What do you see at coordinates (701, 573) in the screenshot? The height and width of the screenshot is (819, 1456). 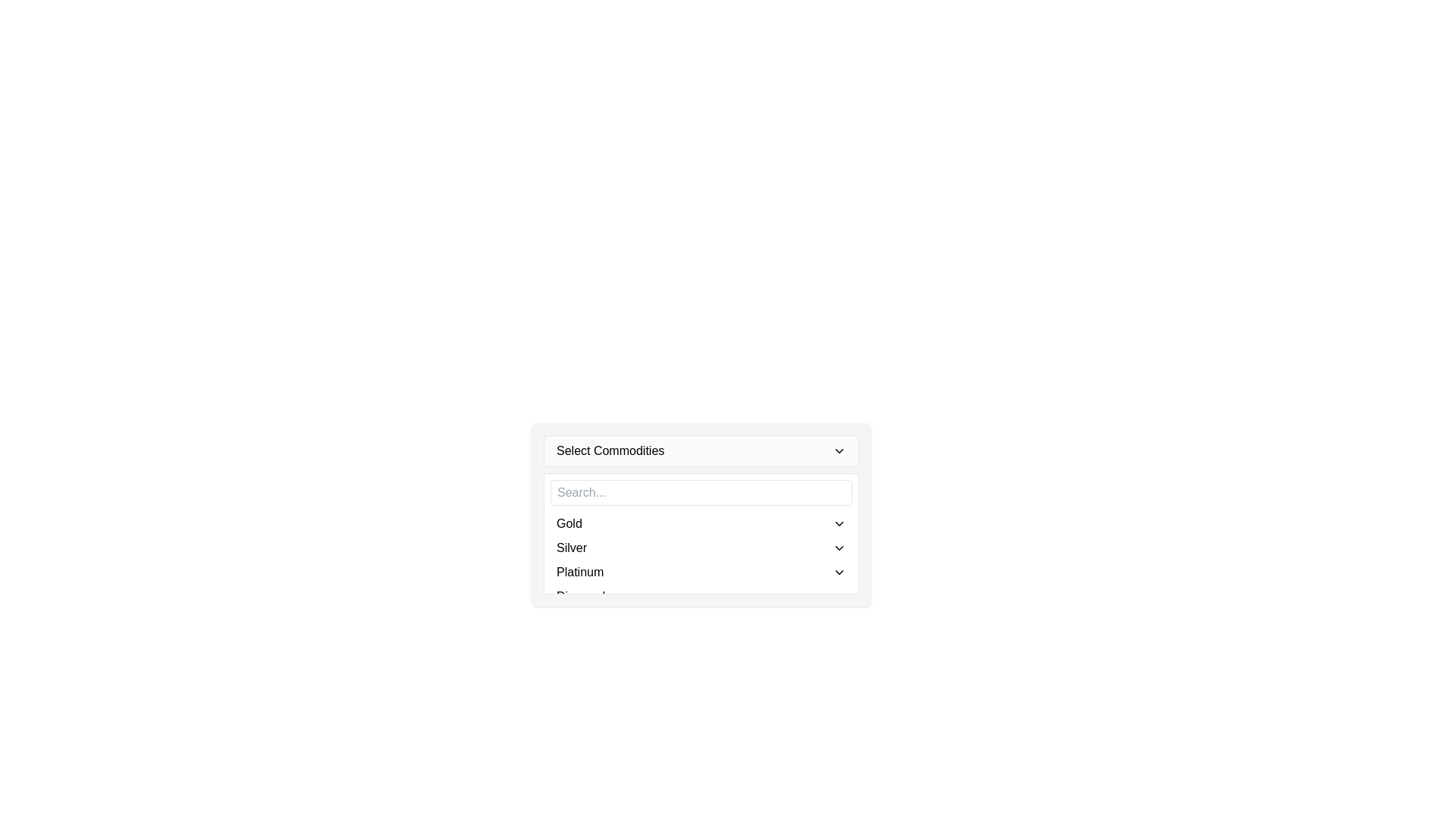 I see `the 'Platinum' option in the dropdown menu` at bounding box center [701, 573].